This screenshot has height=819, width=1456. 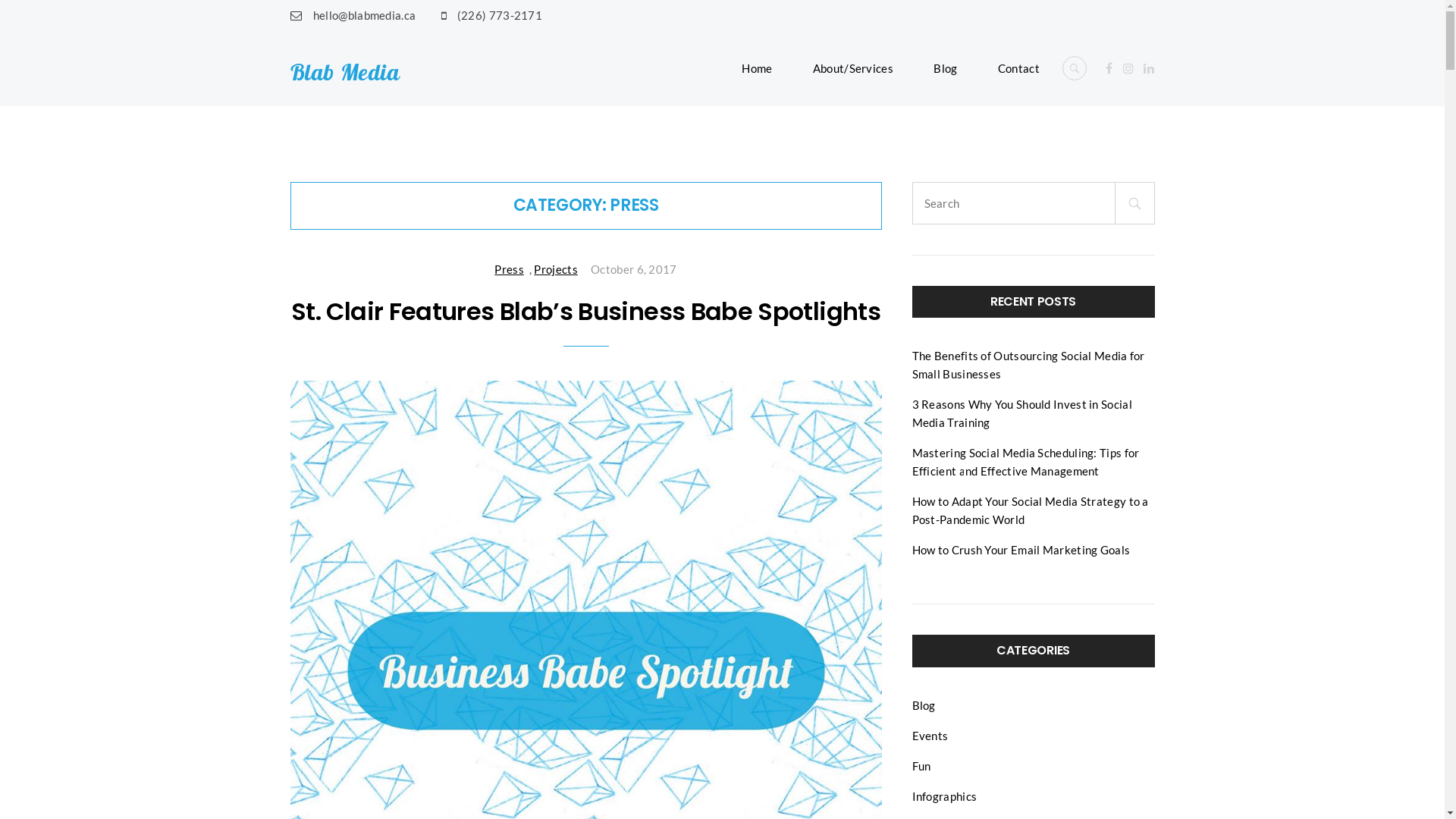 I want to click on 'Events', so click(x=928, y=734).